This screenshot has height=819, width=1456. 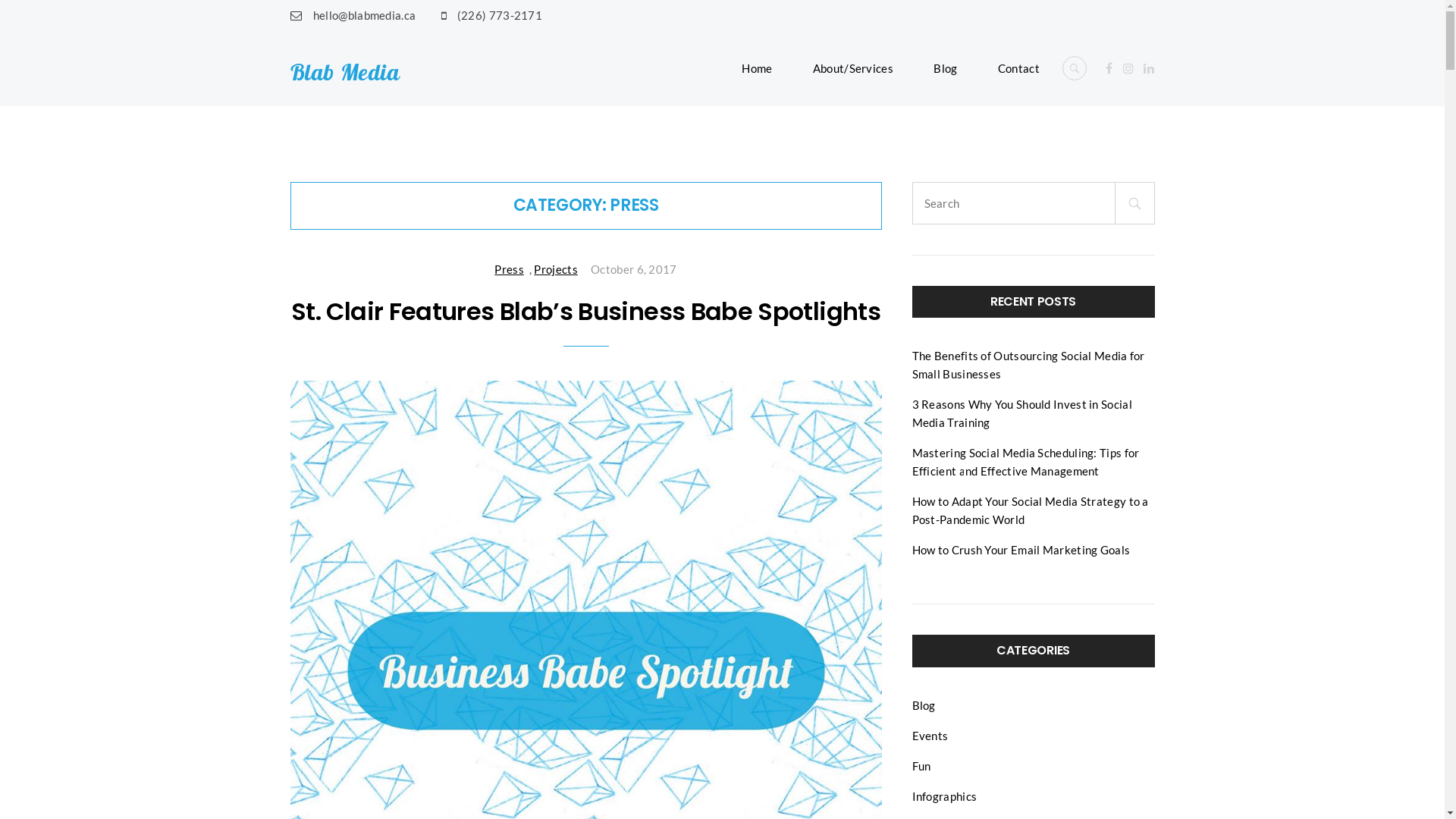 I want to click on 'Events', so click(x=928, y=734).